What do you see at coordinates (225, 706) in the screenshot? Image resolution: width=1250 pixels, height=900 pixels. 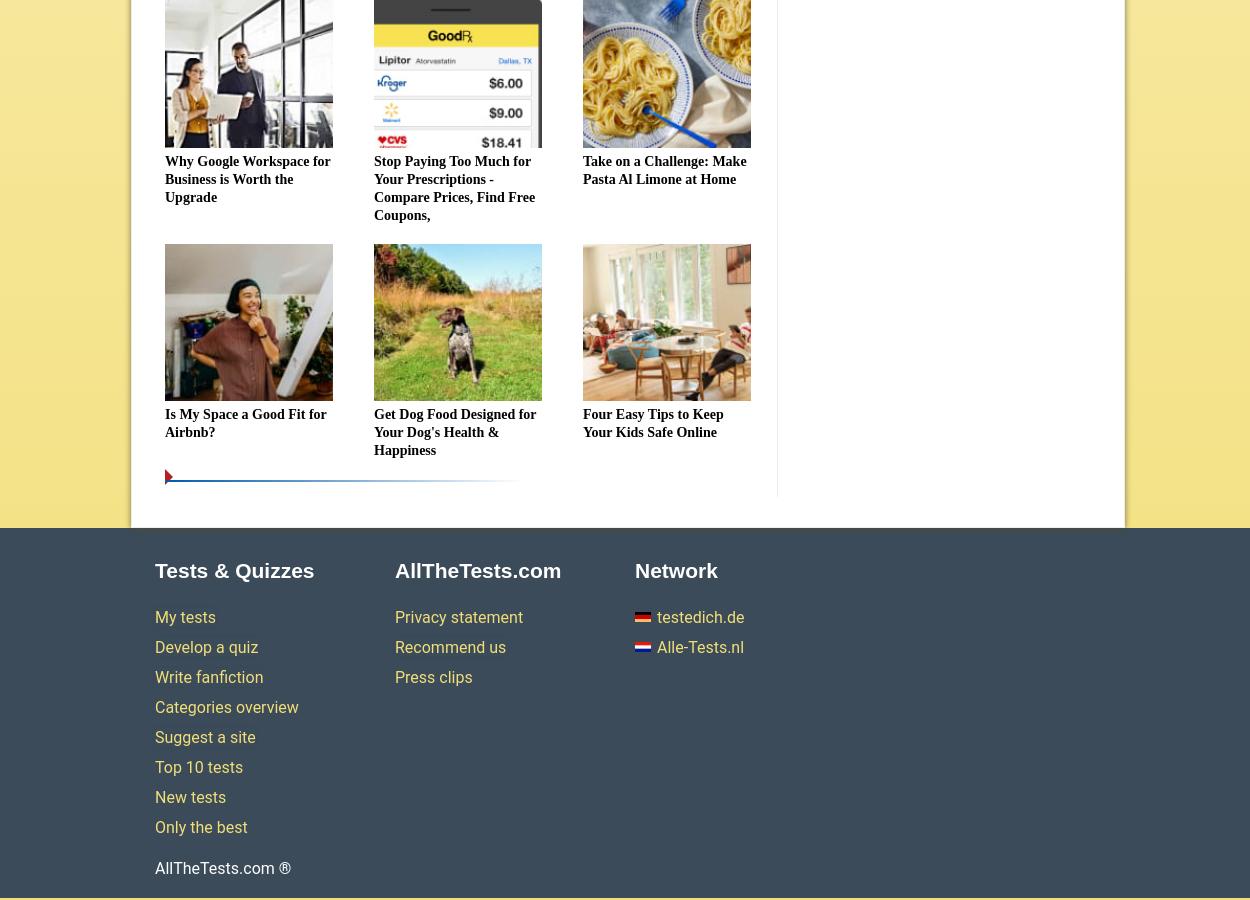 I see `'Categories overview'` at bounding box center [225, 706].